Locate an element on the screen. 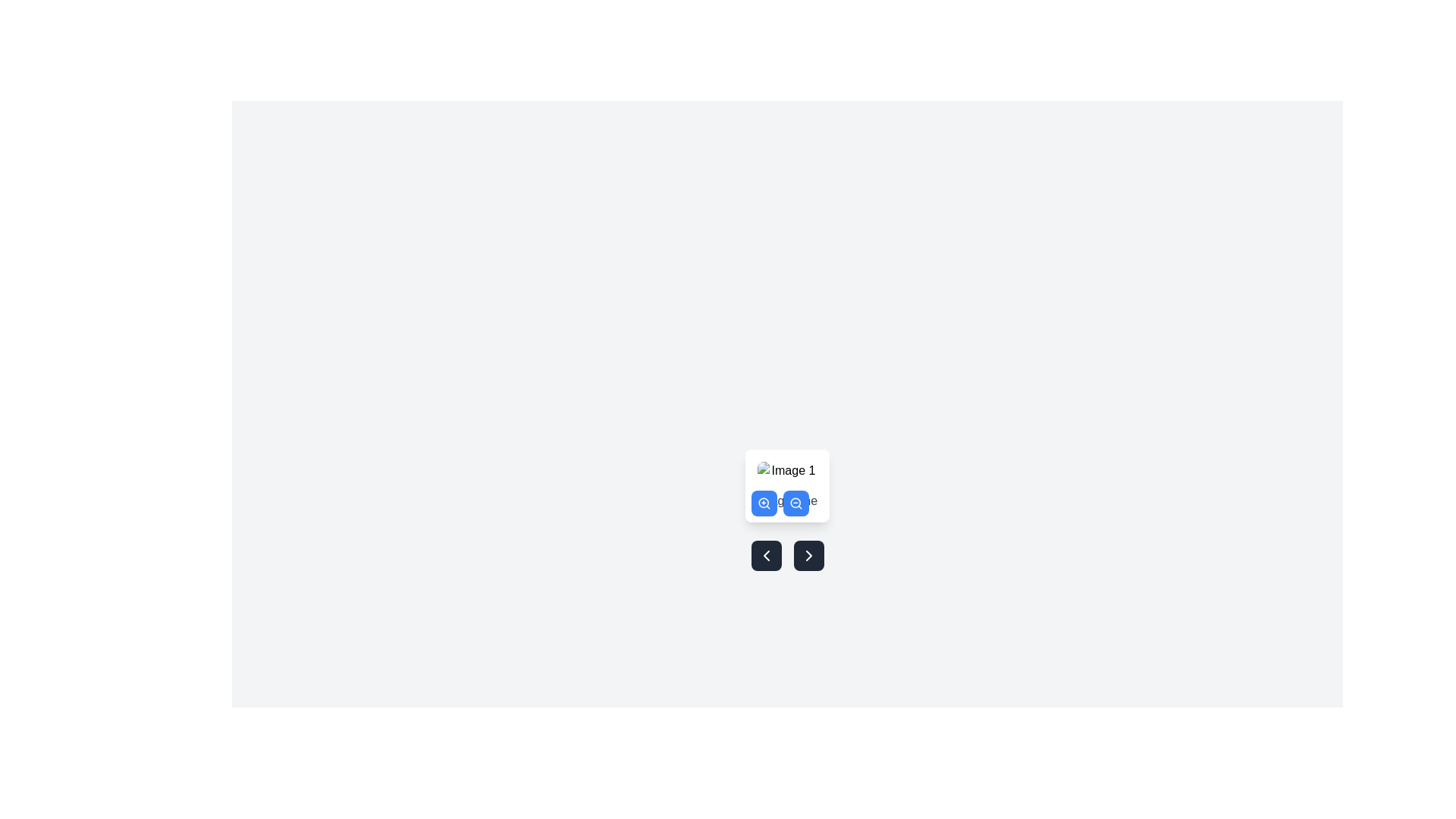 This screenshot has width=1456, height=819. the 'Zoom Out' icon, which is a magnifying glass with a minus sign inside a circular blue button, located near the bottom center of the interface is located at coordinates (795, 503).